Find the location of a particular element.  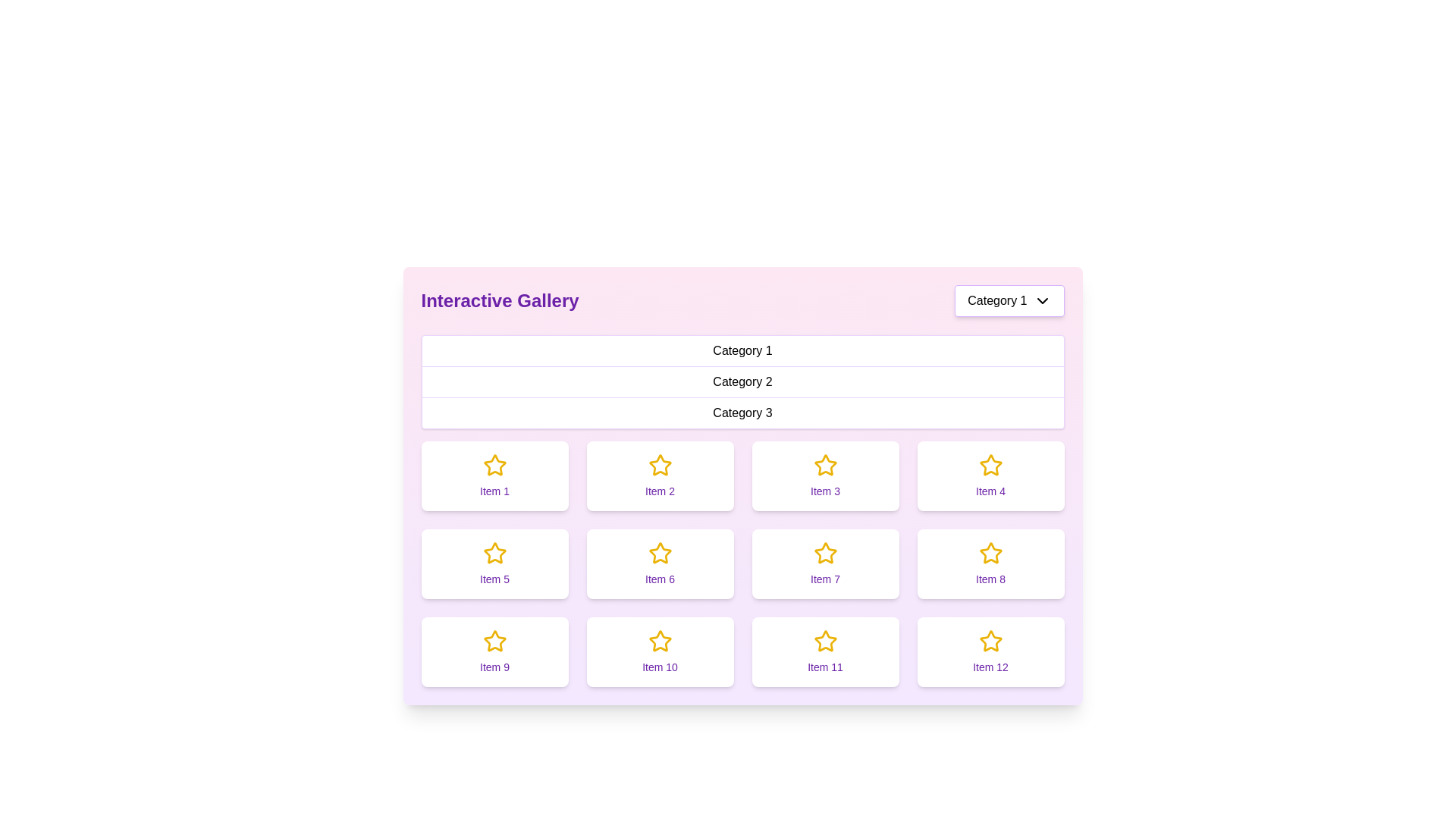

the Star icon visually associated with 'Item 4' in the Interactive Gallery section of the interface is located at coordinates (990, 464).